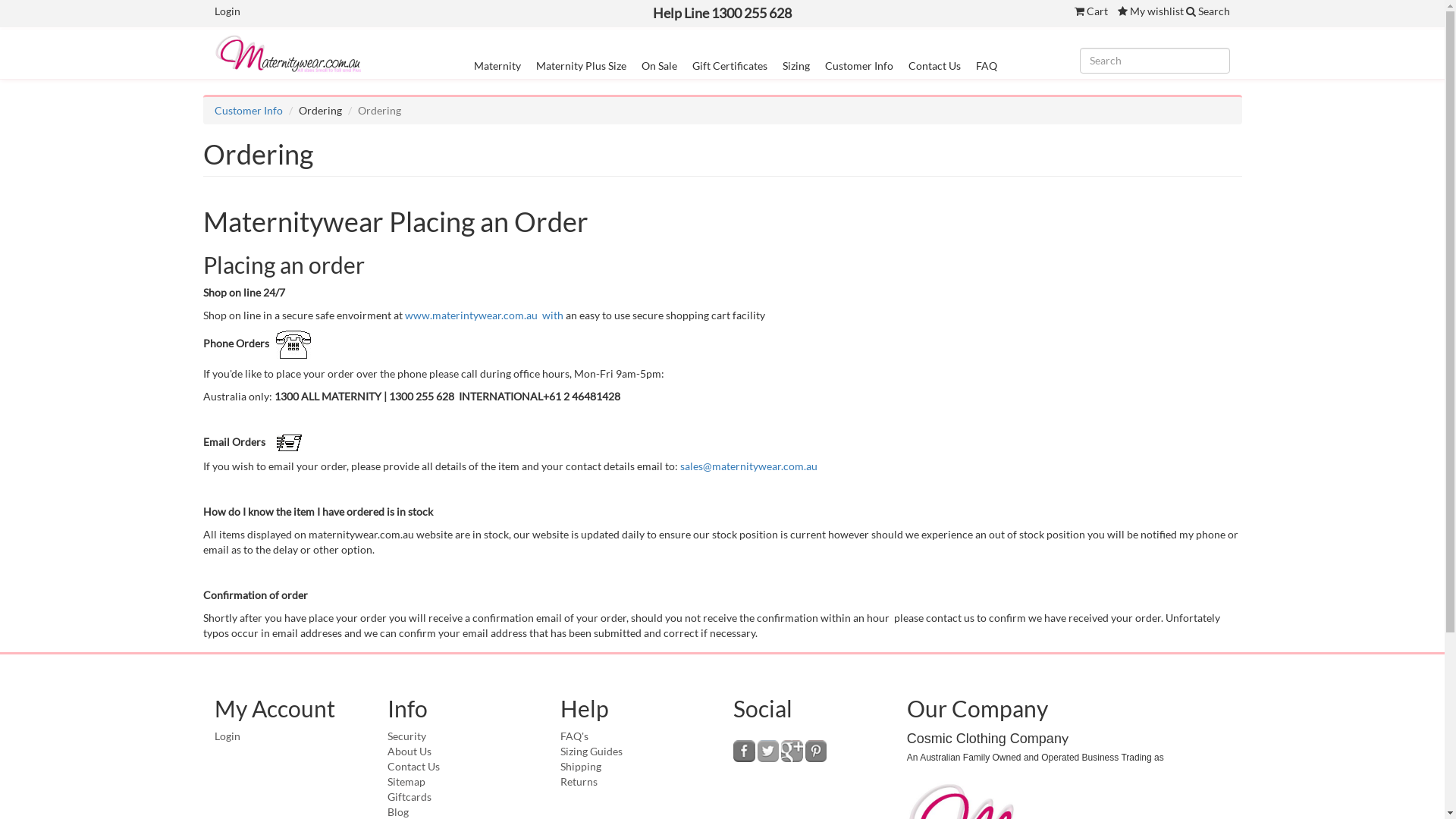 This screenshot has height=819, width=1456. What do you see at coordinates (409, 795) in the screenshot?
I see `'Giftcards'` at bounding box center [409, 795].